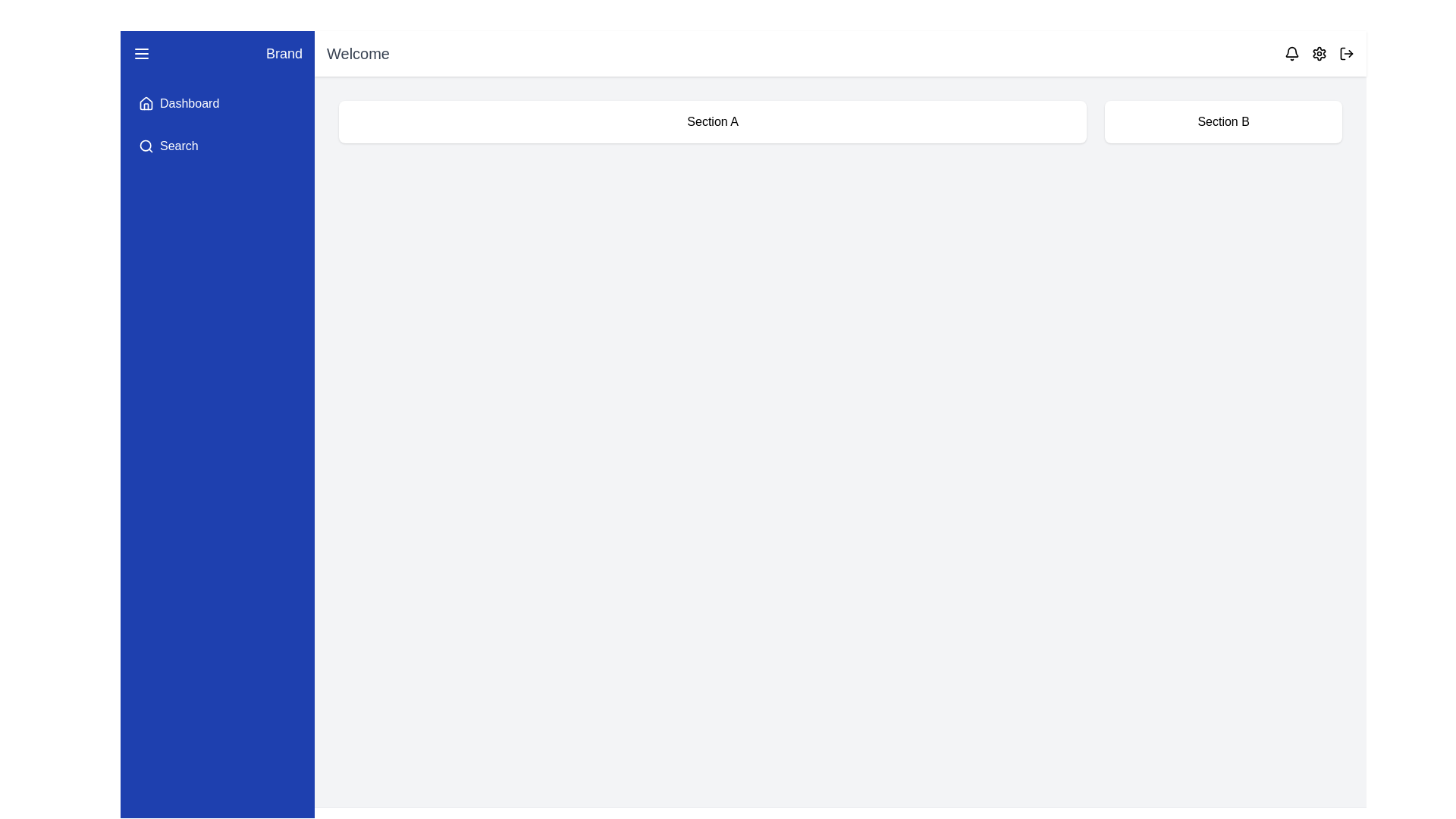 This screenshot has height=819, width=1456. I want to click on the lens portion of the magnifying glass icon representing the Search functionality located in the sidebar menu next to the 'Search' label under the 'Dashboard' section, so click(146, 146).